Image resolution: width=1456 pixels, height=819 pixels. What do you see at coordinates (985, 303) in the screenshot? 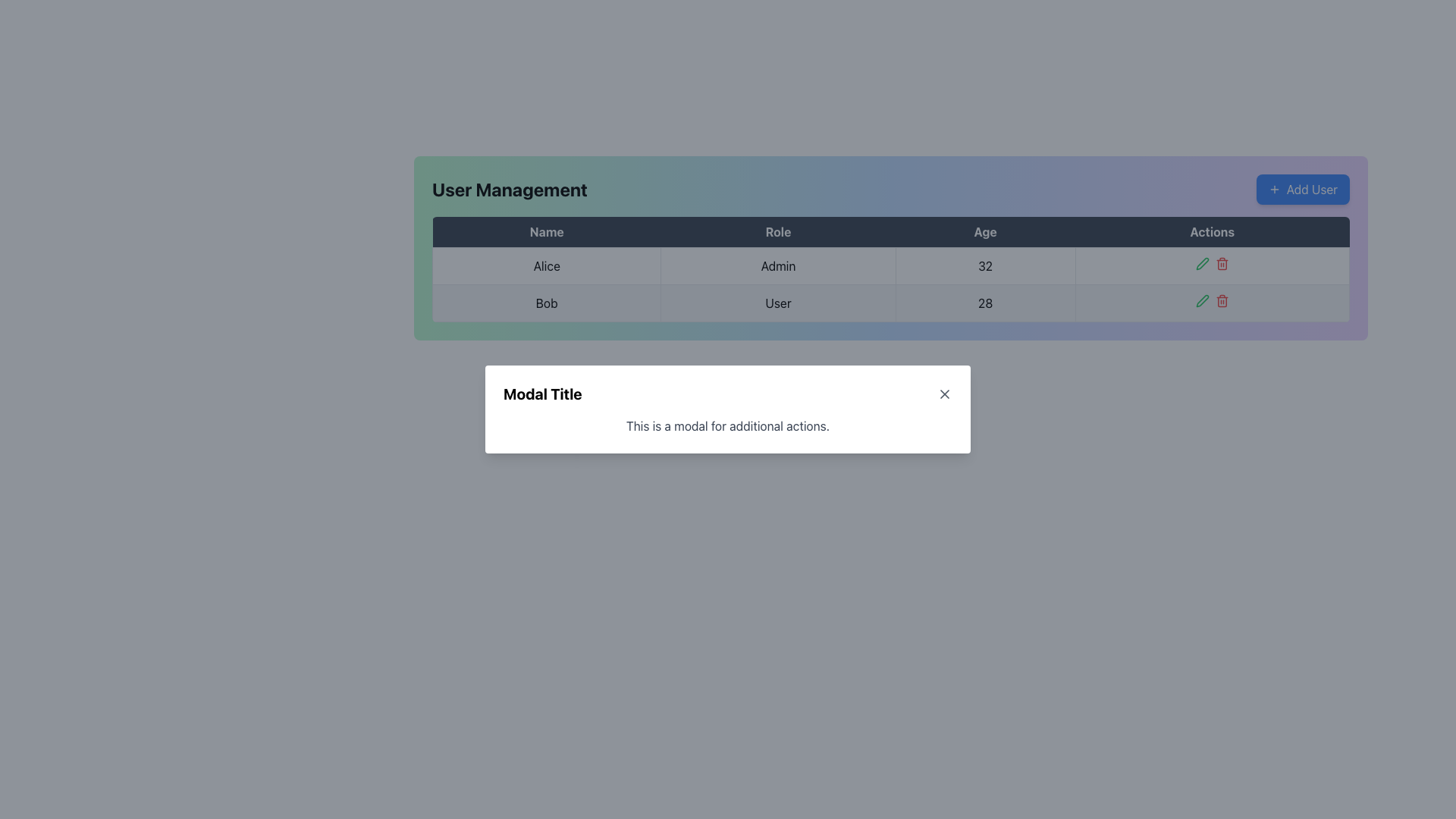
I see `the text label displaying the number '28' in the User Management table, located in the fourth column of the second row for User: Bob` at bounding box center [985, 303].